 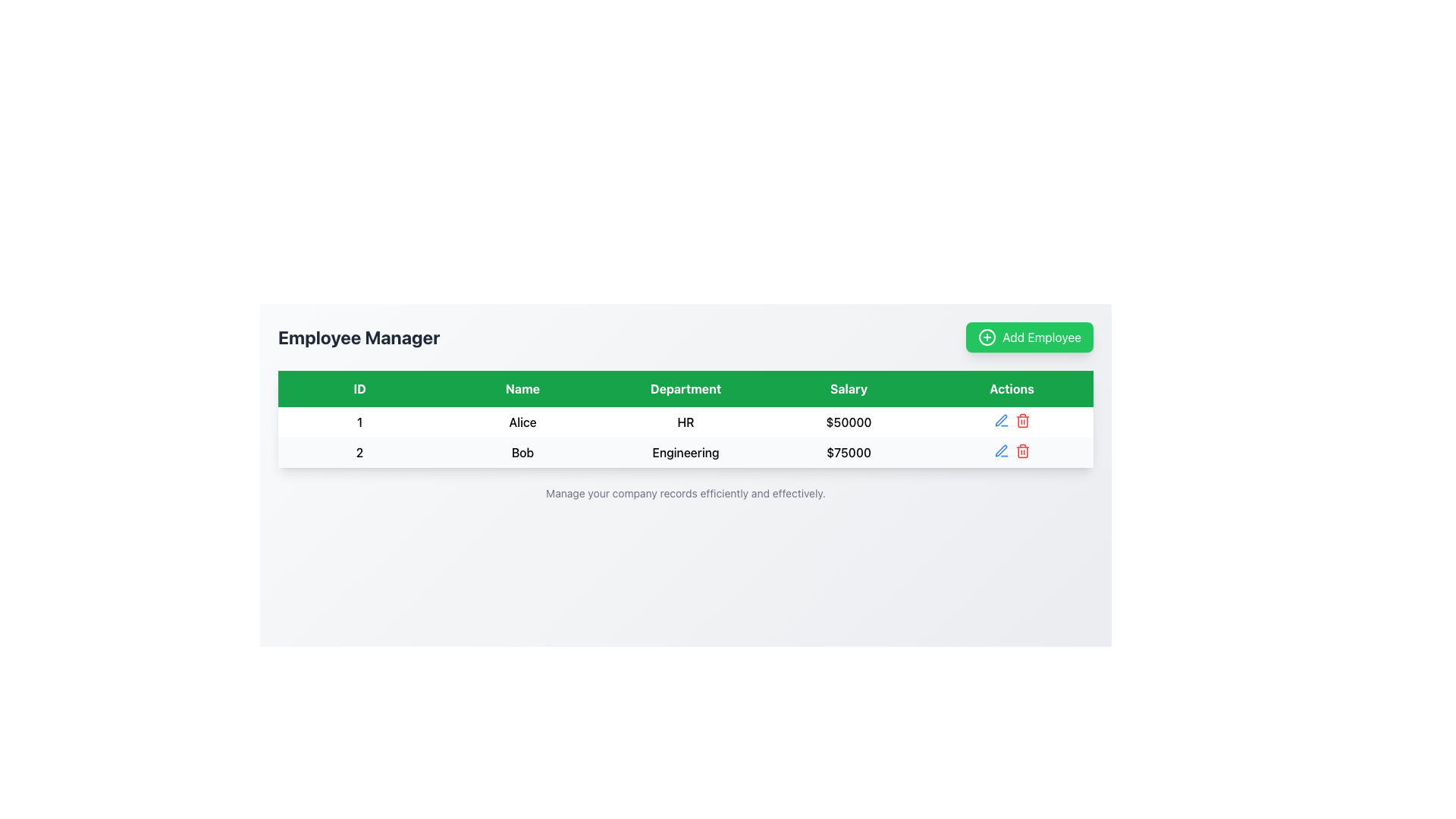 I want to click on the delete icon button located in the second row under the Actions column of the employees table, so click(x=1022, y=421).